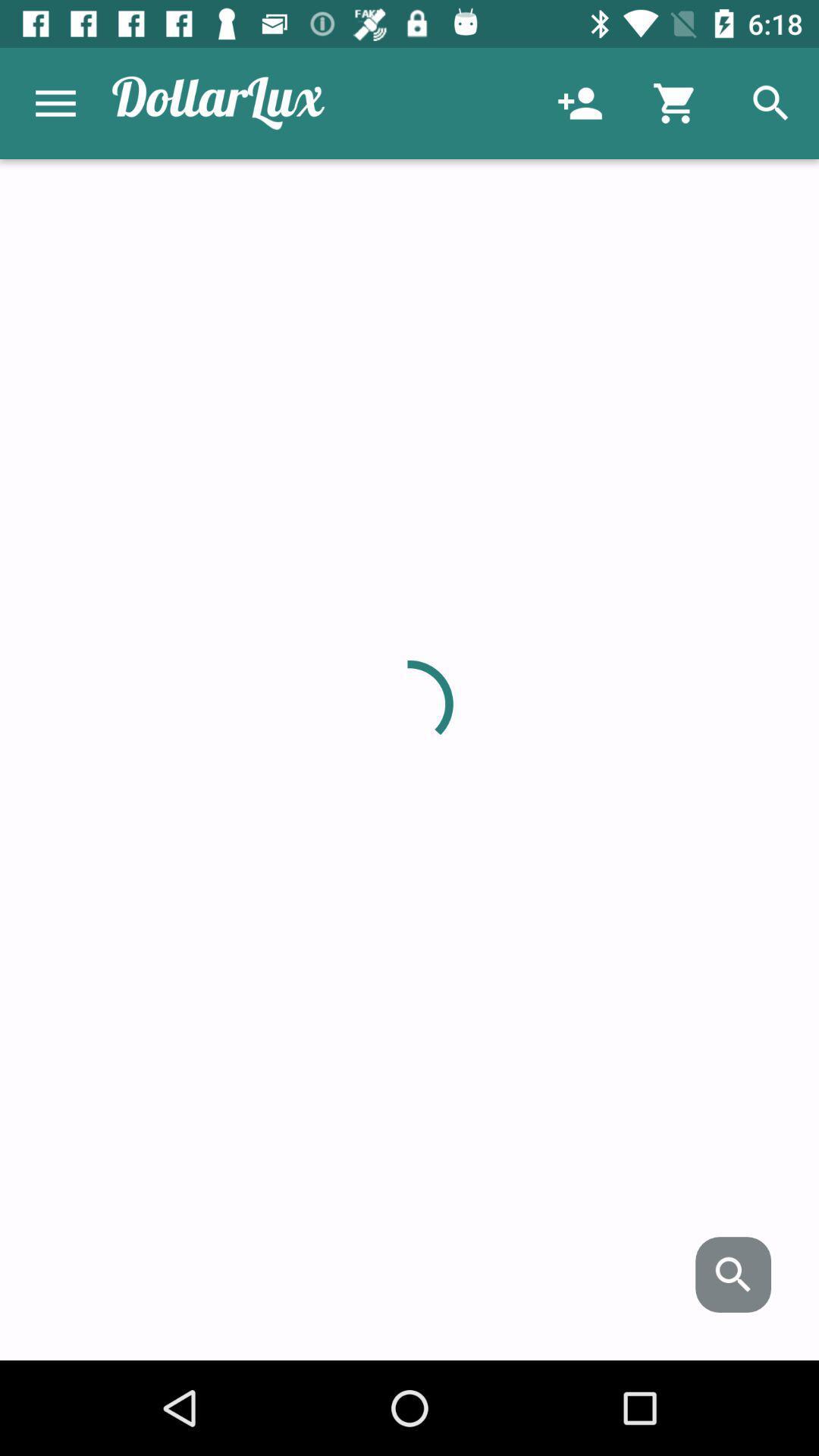 The width and height of the screenshot is (819, 1456). What do you see at coordinates (733, 1274) in the screenshot?
I see `the search icon` at bounding box center [733, 1274].